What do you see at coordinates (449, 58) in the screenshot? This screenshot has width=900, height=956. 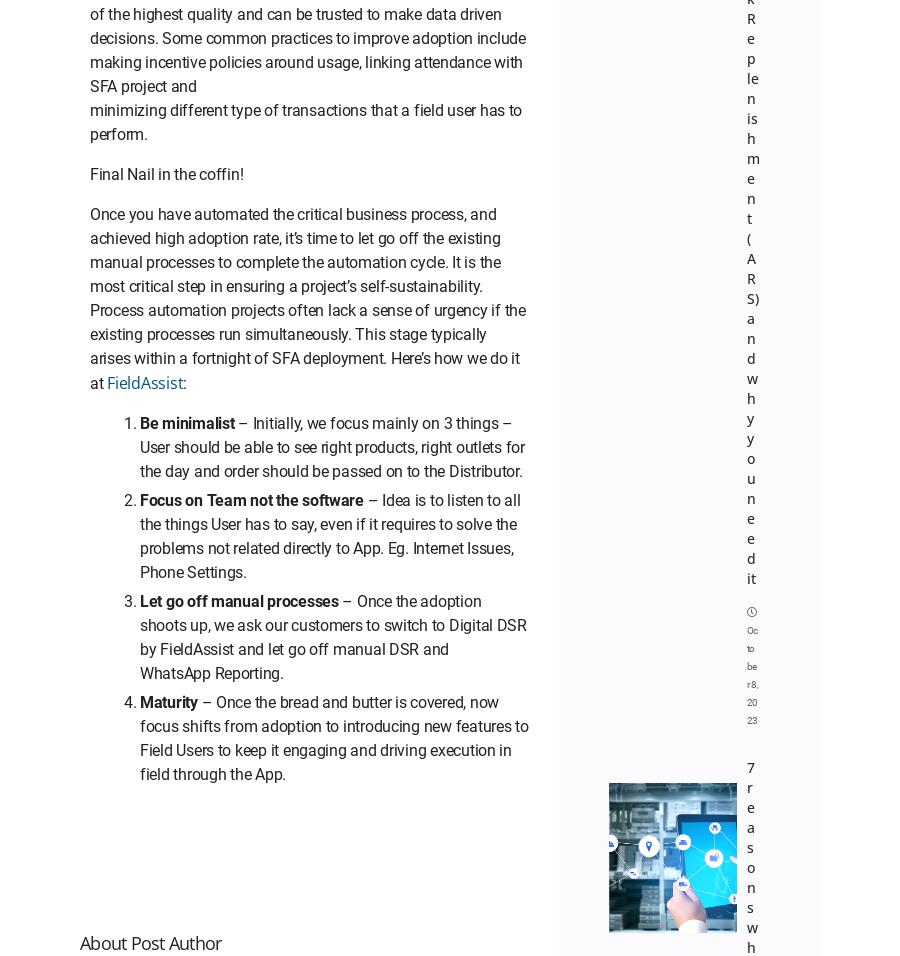 I see `'Contact Us'` at bounding box center [449, 58].